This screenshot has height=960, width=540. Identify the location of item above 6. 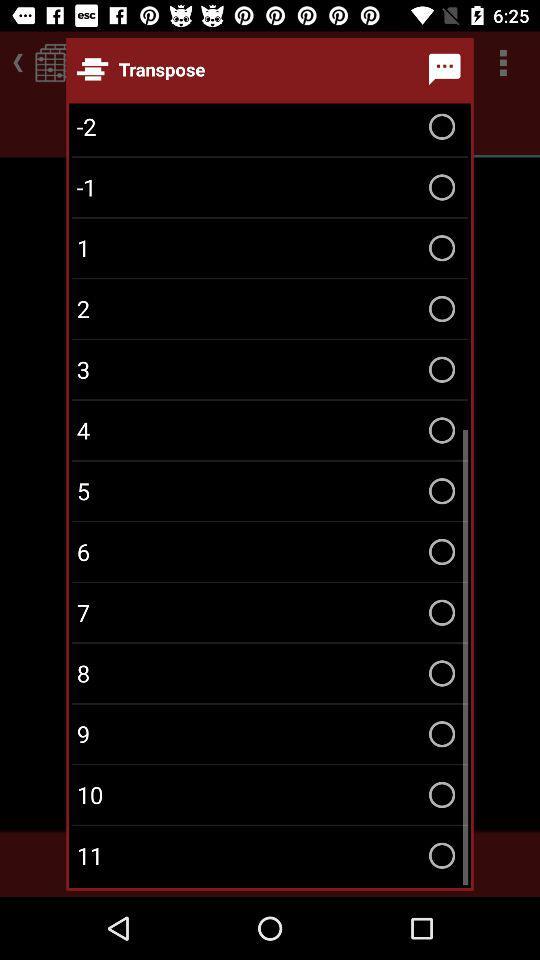
(270, 490).